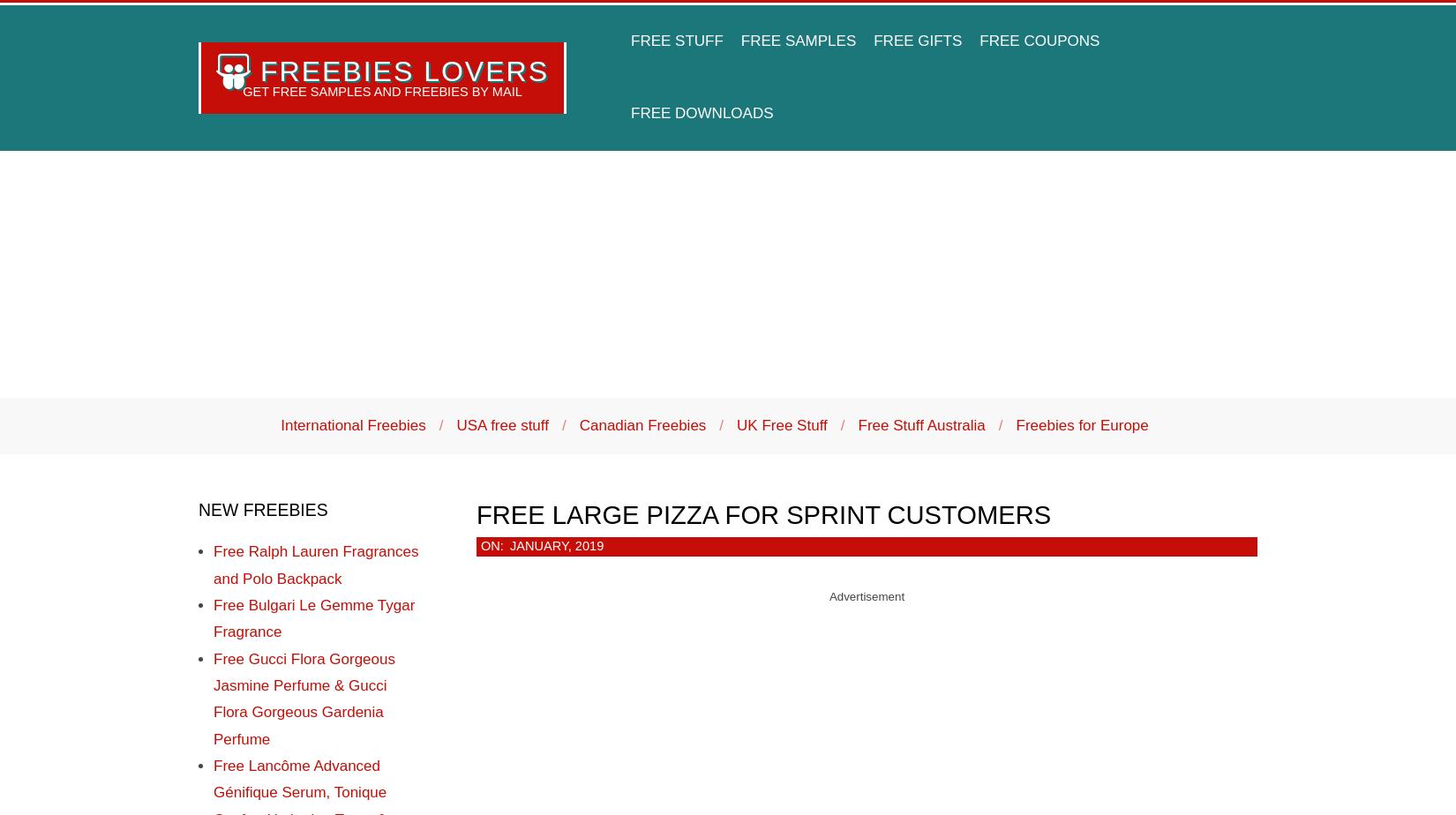  I want to click on 'Free Bulgari Le Gemme Tygar Fragrance', so click(314, 618).